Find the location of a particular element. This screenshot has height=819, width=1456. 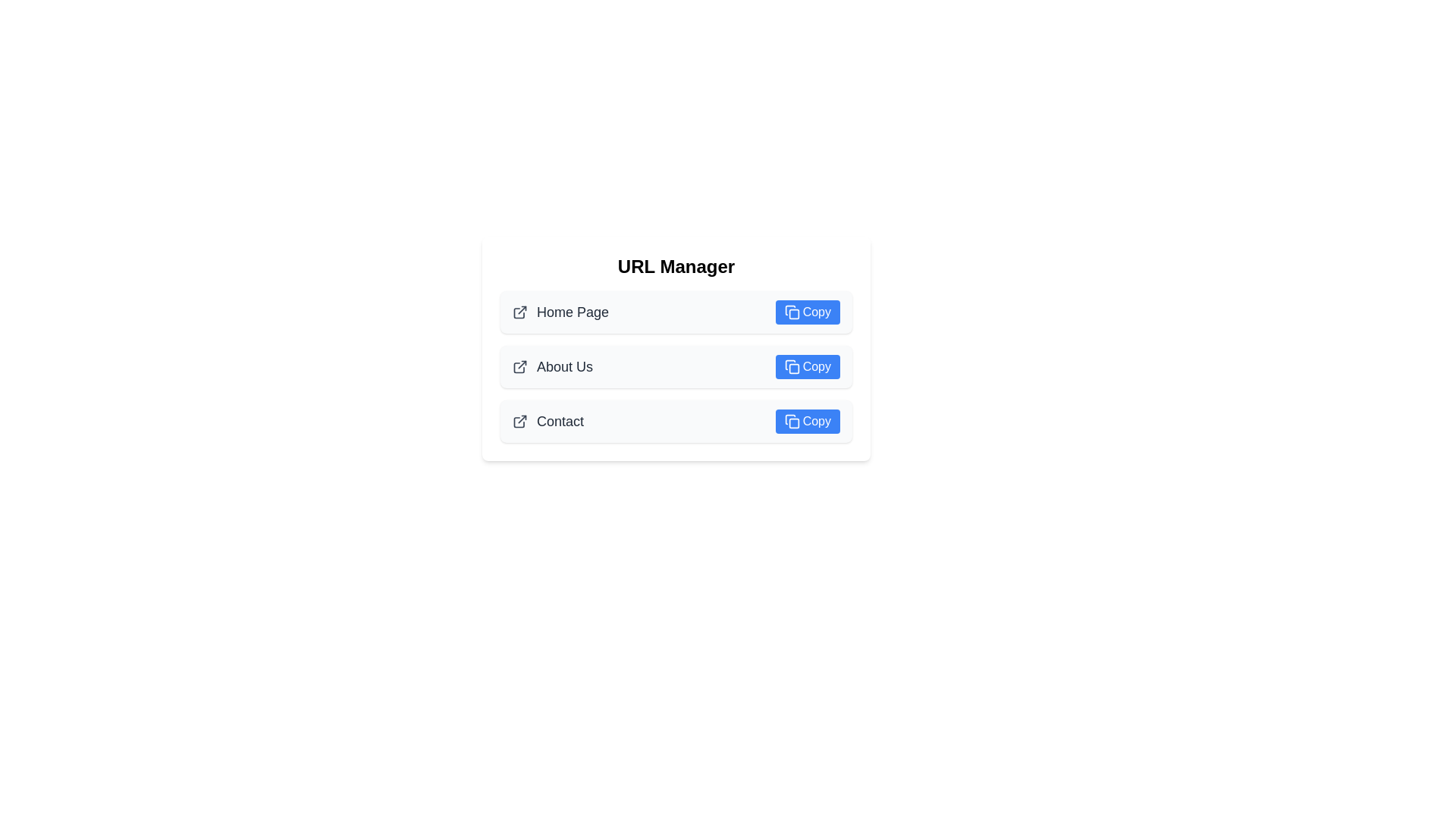

the copy icon located inside the 'Copy' button at the top-right corner of the 'Home Page' entry under the 'URL Manager' header is located at coordinates (791, 312).